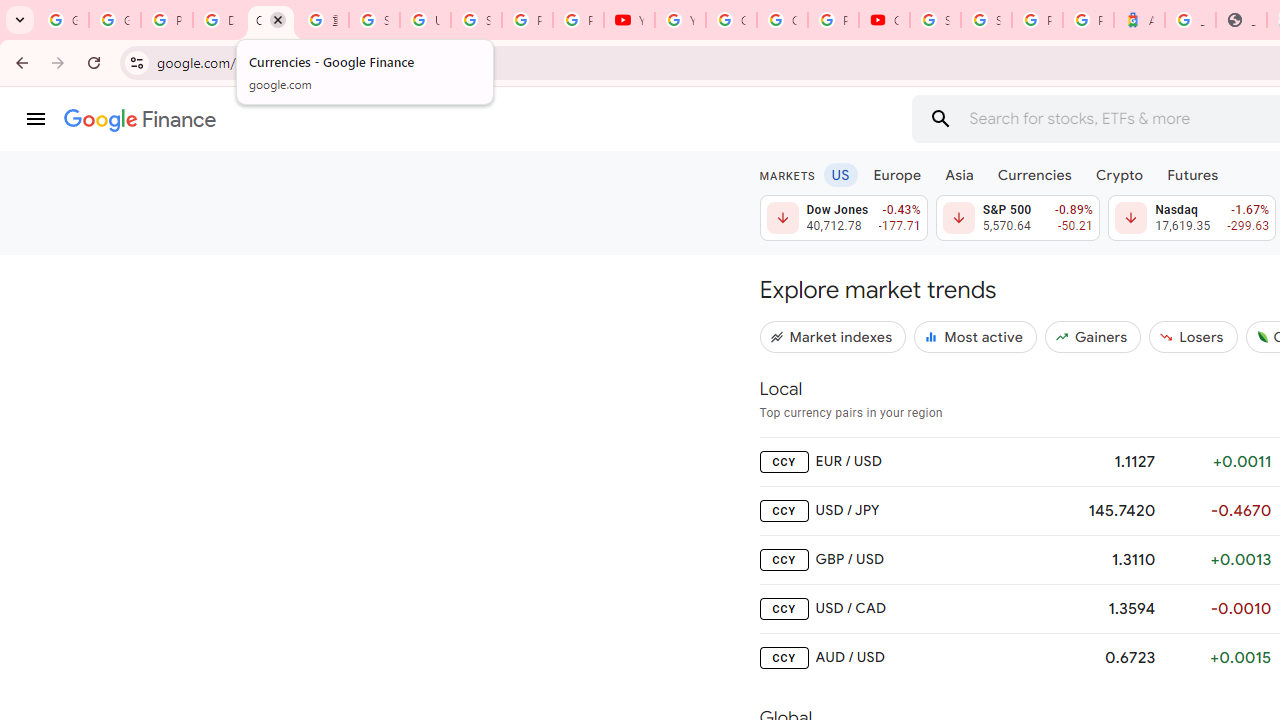 The image size is (1280, 720). What do you see at coordinates (35, 119) in the screenshot?
I see `'Main menu'` at bounding box center [35, 119].